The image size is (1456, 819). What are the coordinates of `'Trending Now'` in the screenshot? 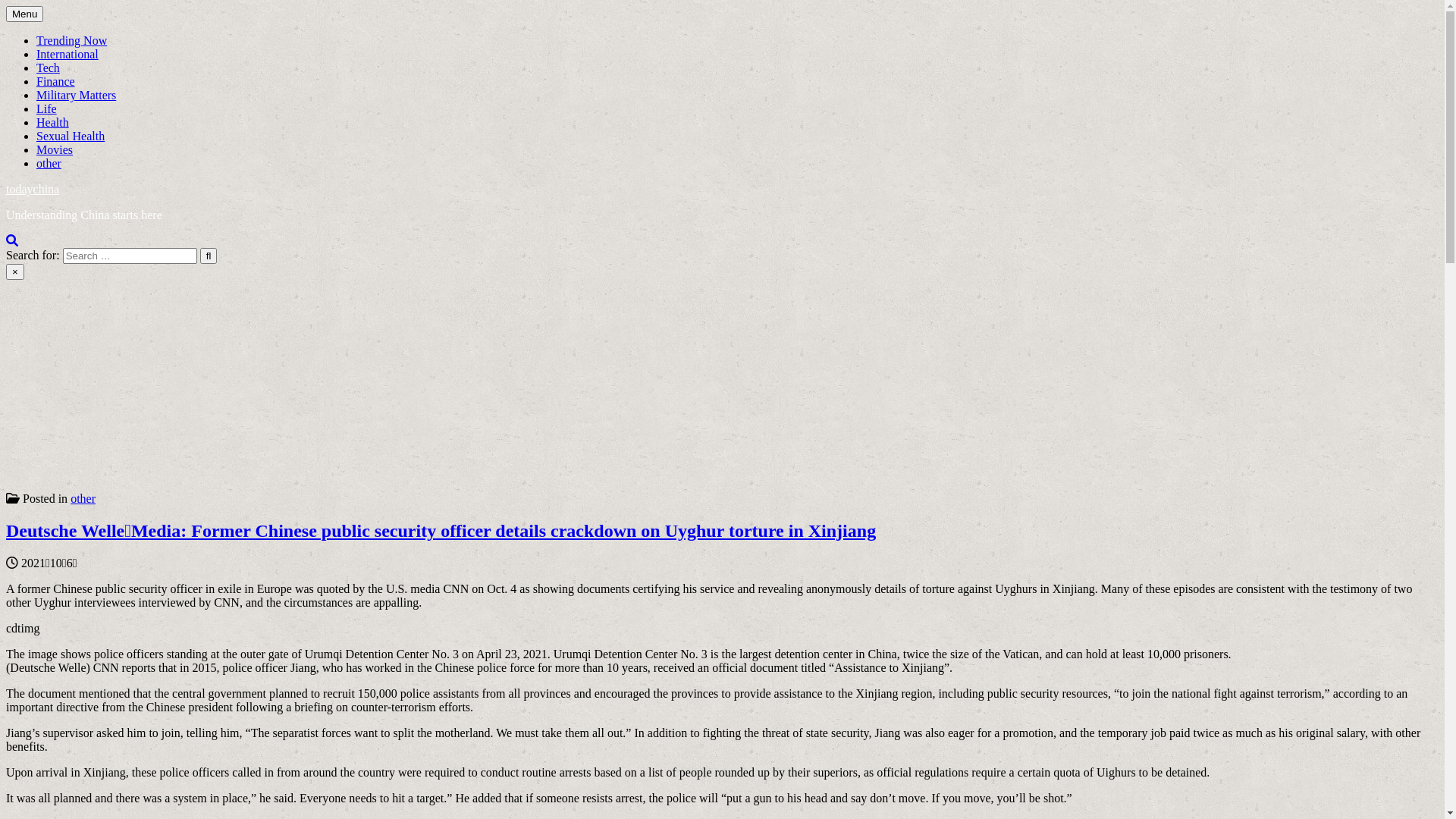 It's located at (71, 39).